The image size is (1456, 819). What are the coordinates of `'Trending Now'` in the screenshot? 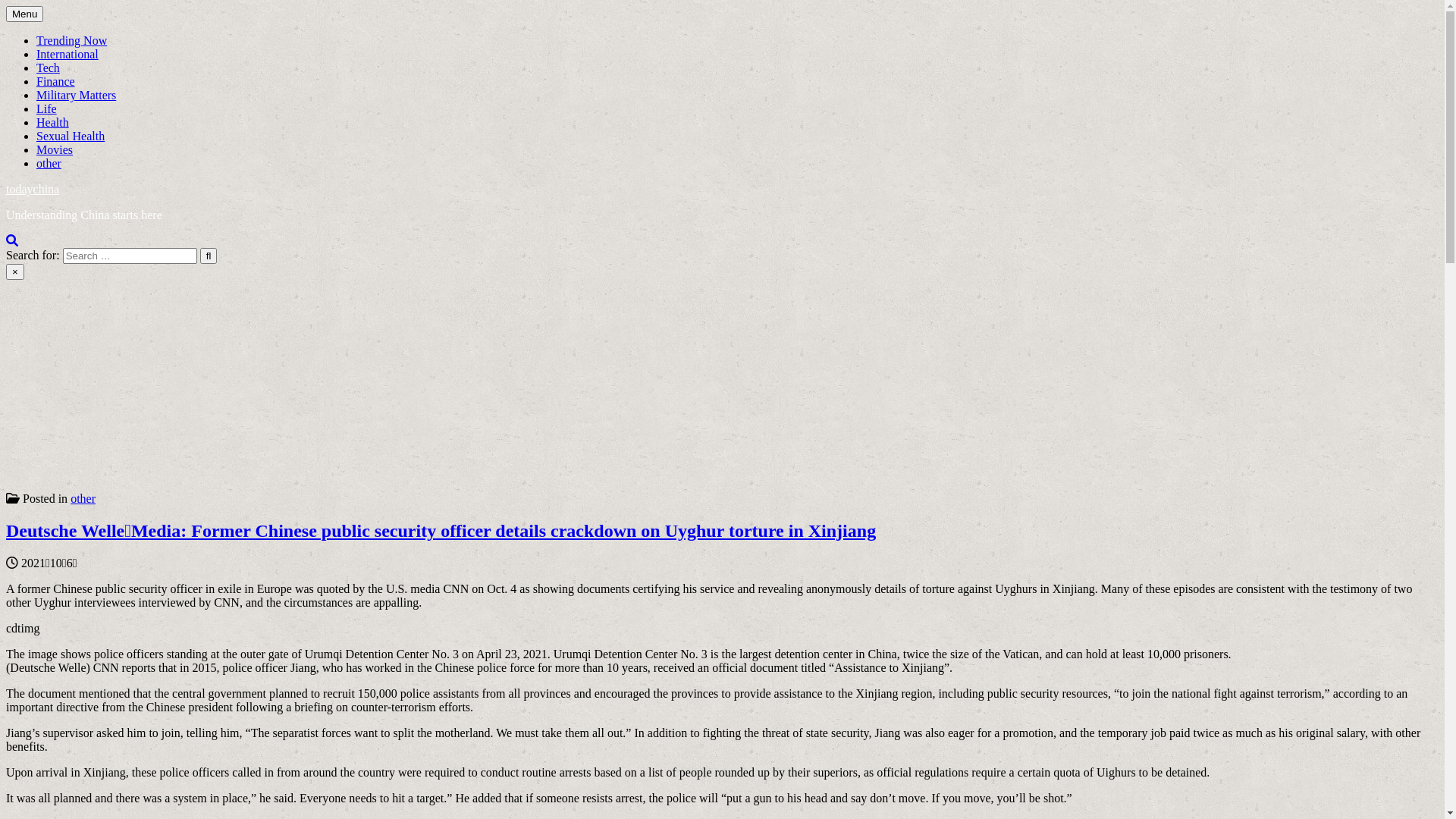 It's located at (71, 39).